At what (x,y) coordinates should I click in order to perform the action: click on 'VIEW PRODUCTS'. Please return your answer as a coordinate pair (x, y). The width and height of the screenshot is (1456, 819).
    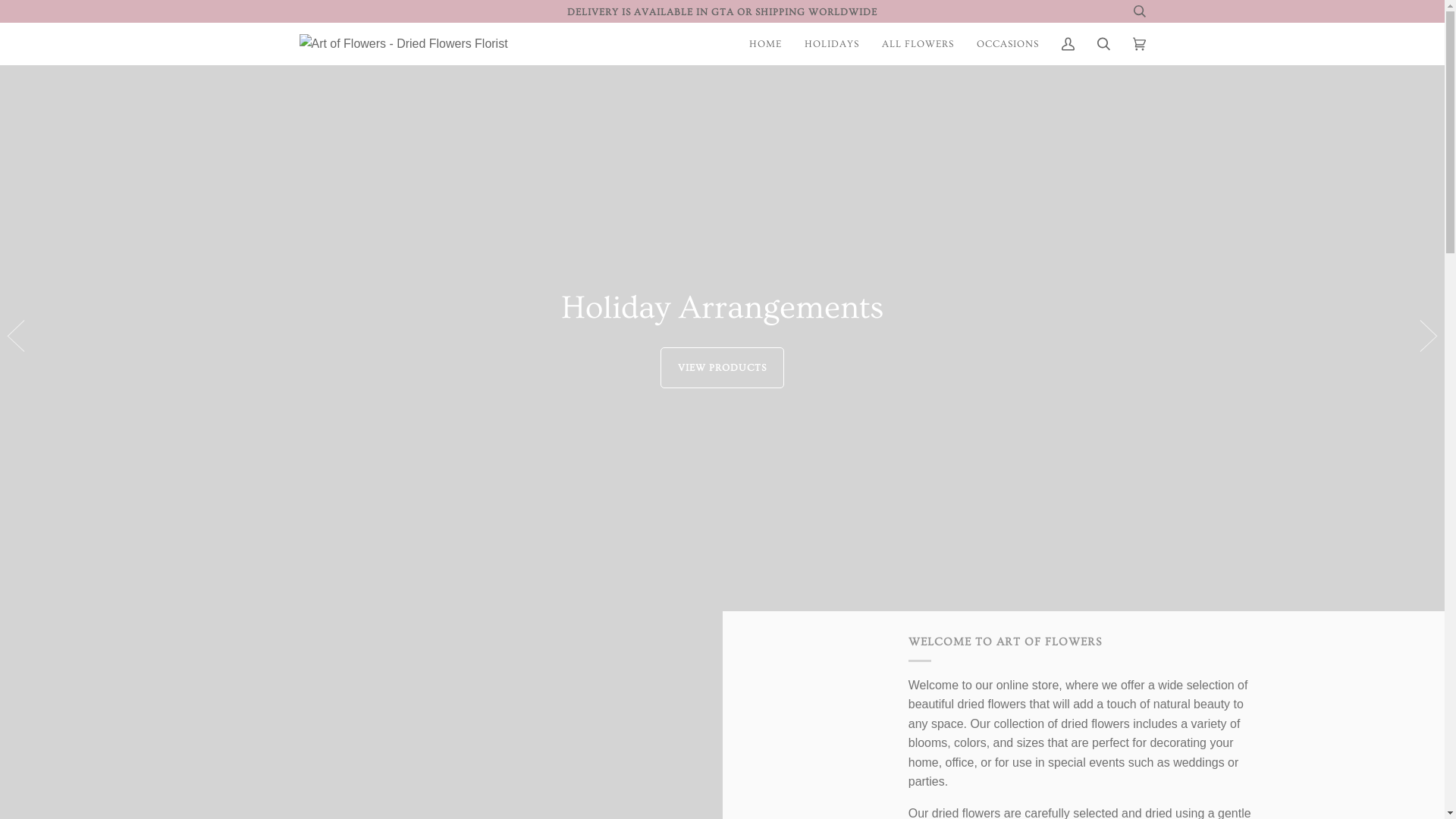
    Looking at the image, I should click on (660, 367).